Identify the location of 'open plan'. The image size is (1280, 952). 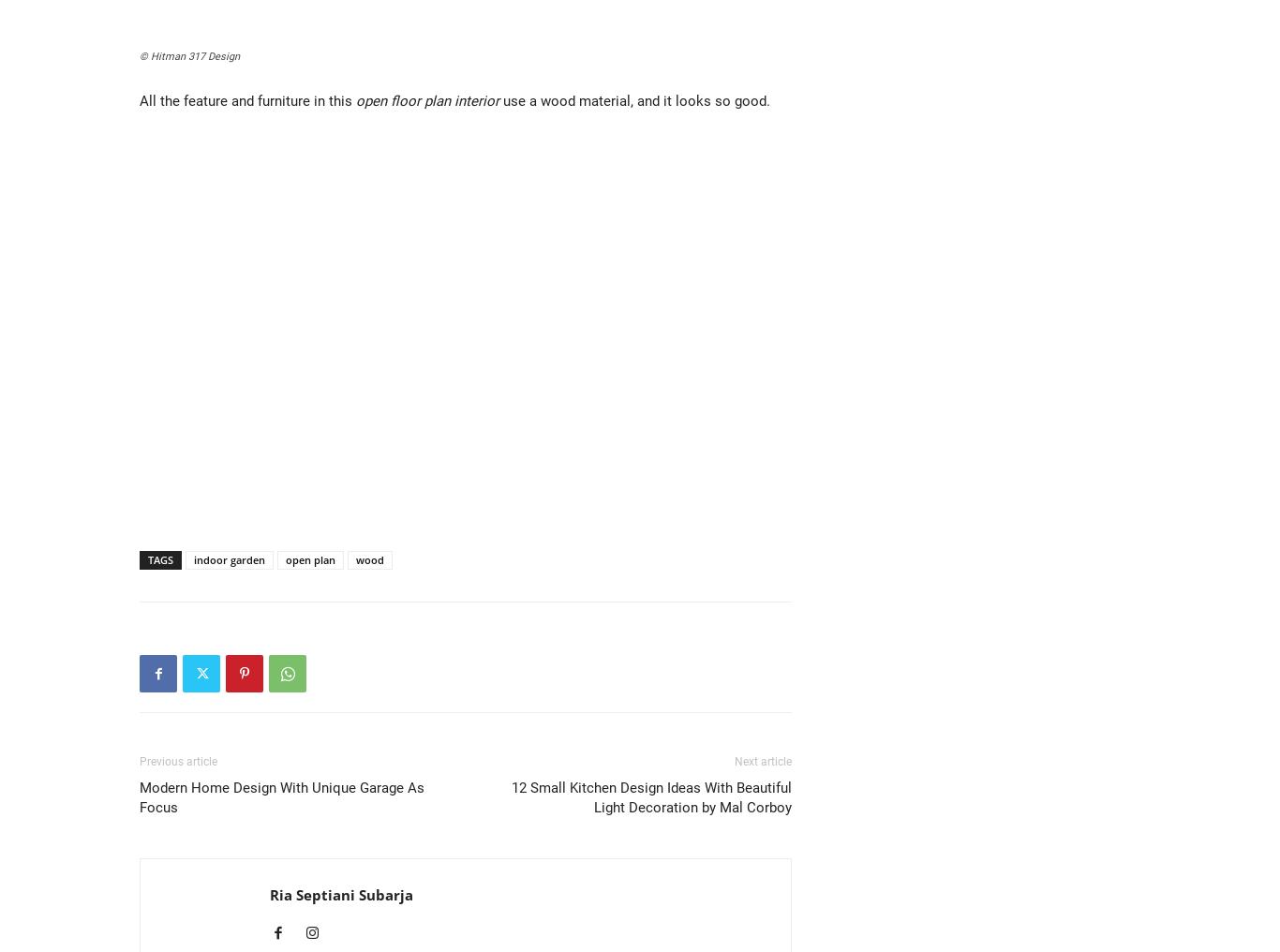
(310, 559).